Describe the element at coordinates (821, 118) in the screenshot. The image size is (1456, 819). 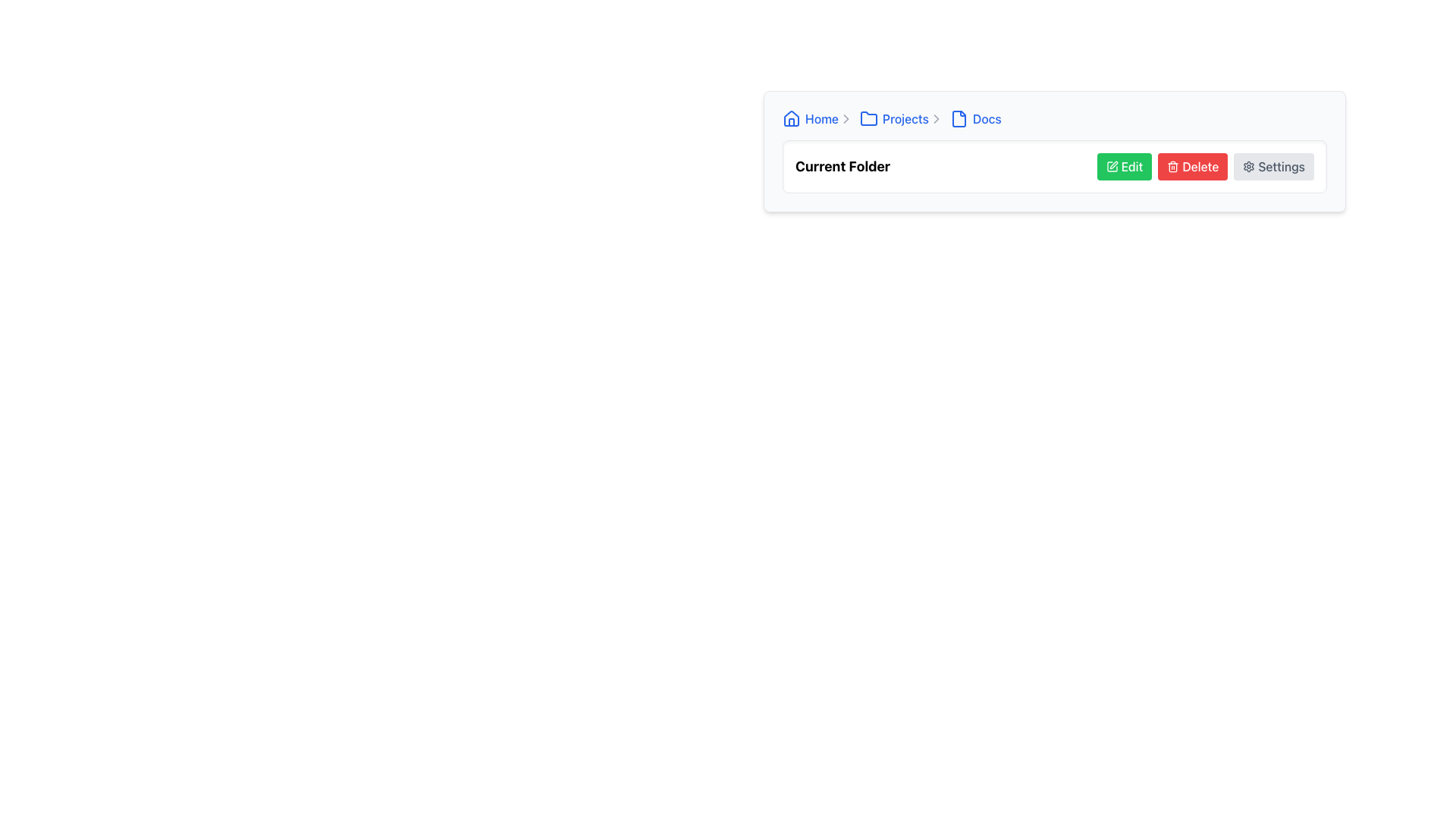
I see `text label 'Home' located in the breadcrumb navigation bar, styled in blue color to indicate interactivity` at that location.